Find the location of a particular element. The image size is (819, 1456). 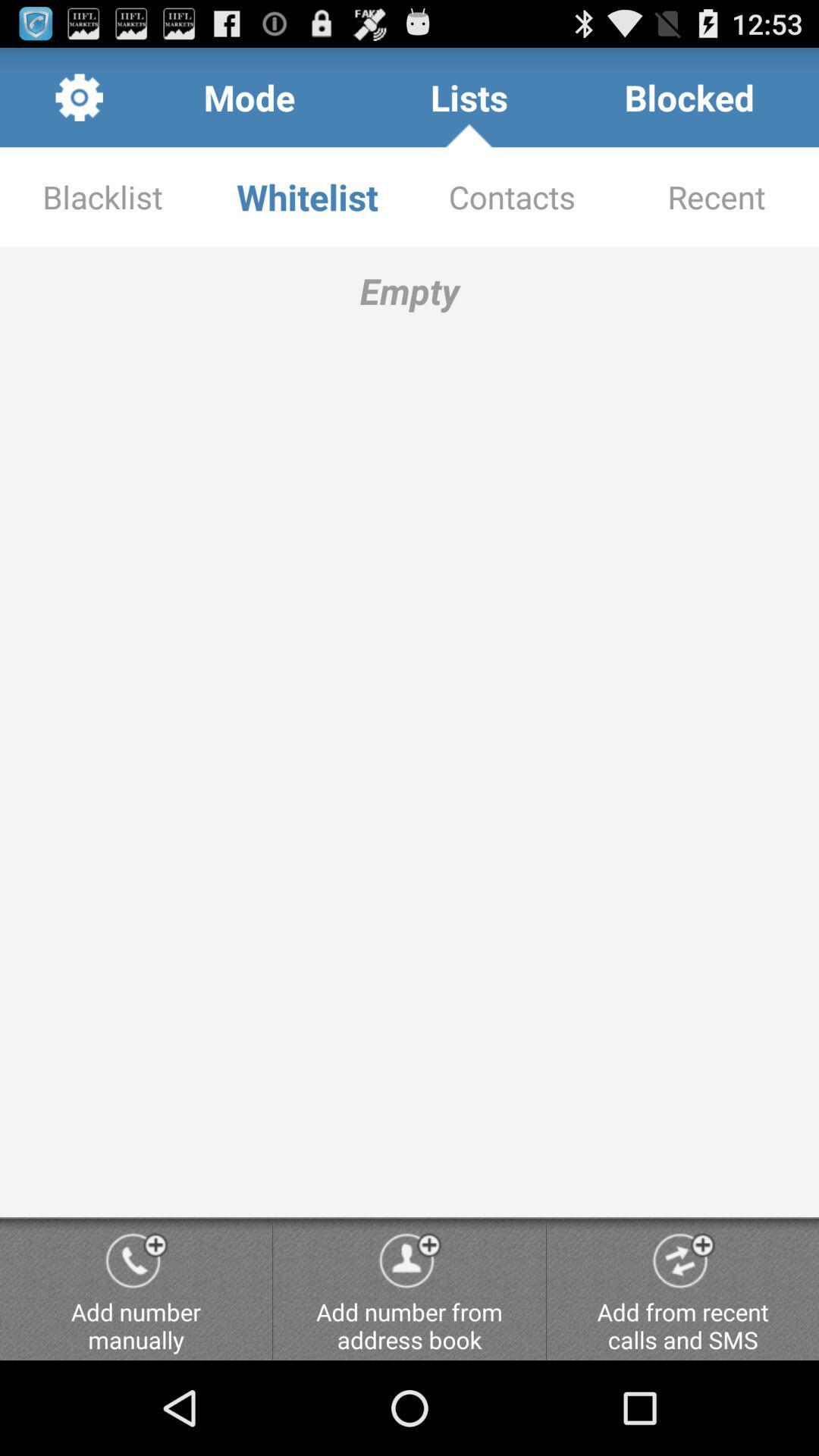

app next to whitelist icon is located at coordinates (102, 196).